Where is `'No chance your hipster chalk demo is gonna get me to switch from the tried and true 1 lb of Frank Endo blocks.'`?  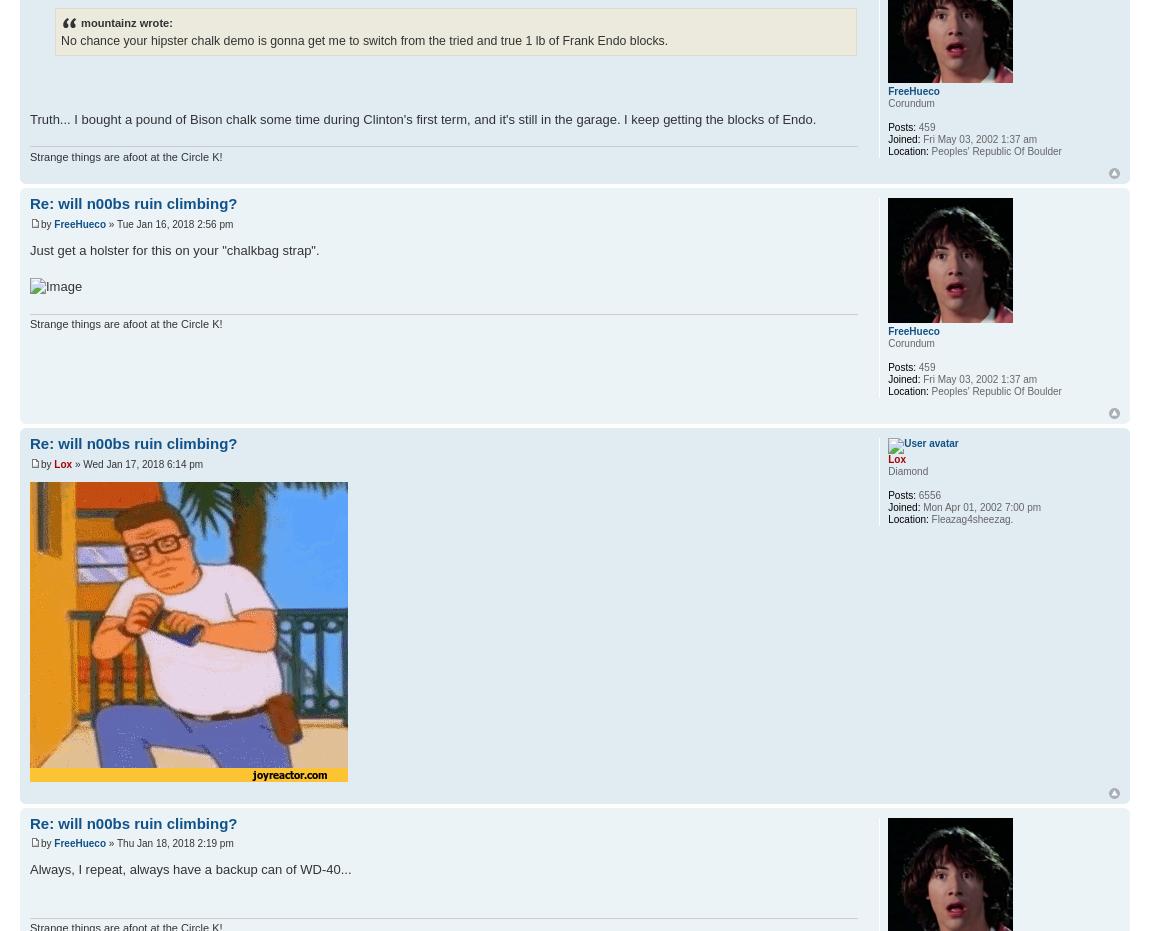
'No chance your hipster chalk demo is gonna get me to switch from the tried and true 1 lb of Frank Endo blocks.' is located at coordinates (364, 39).